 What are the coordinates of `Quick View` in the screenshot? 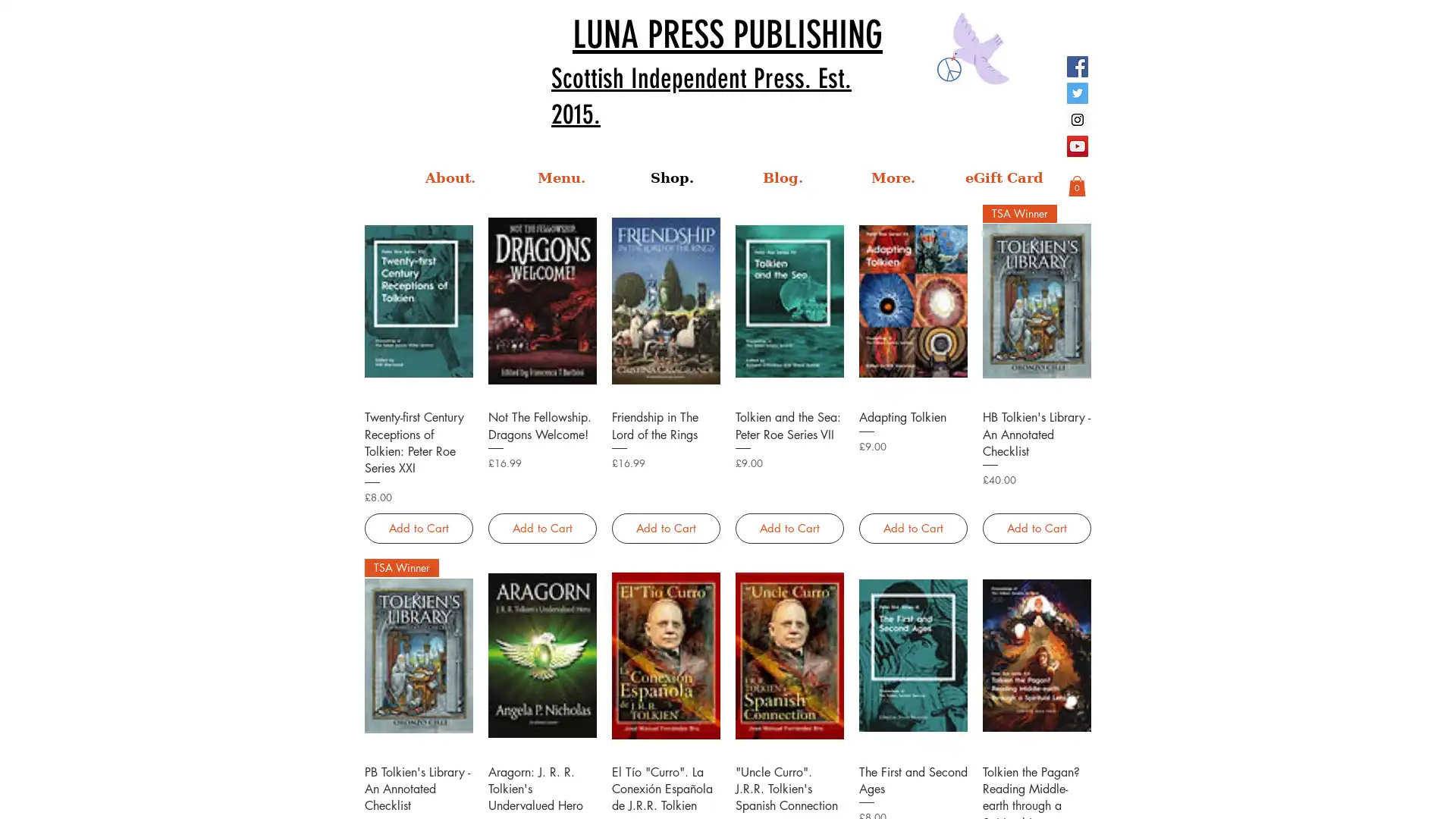 It's located at (789, 770).